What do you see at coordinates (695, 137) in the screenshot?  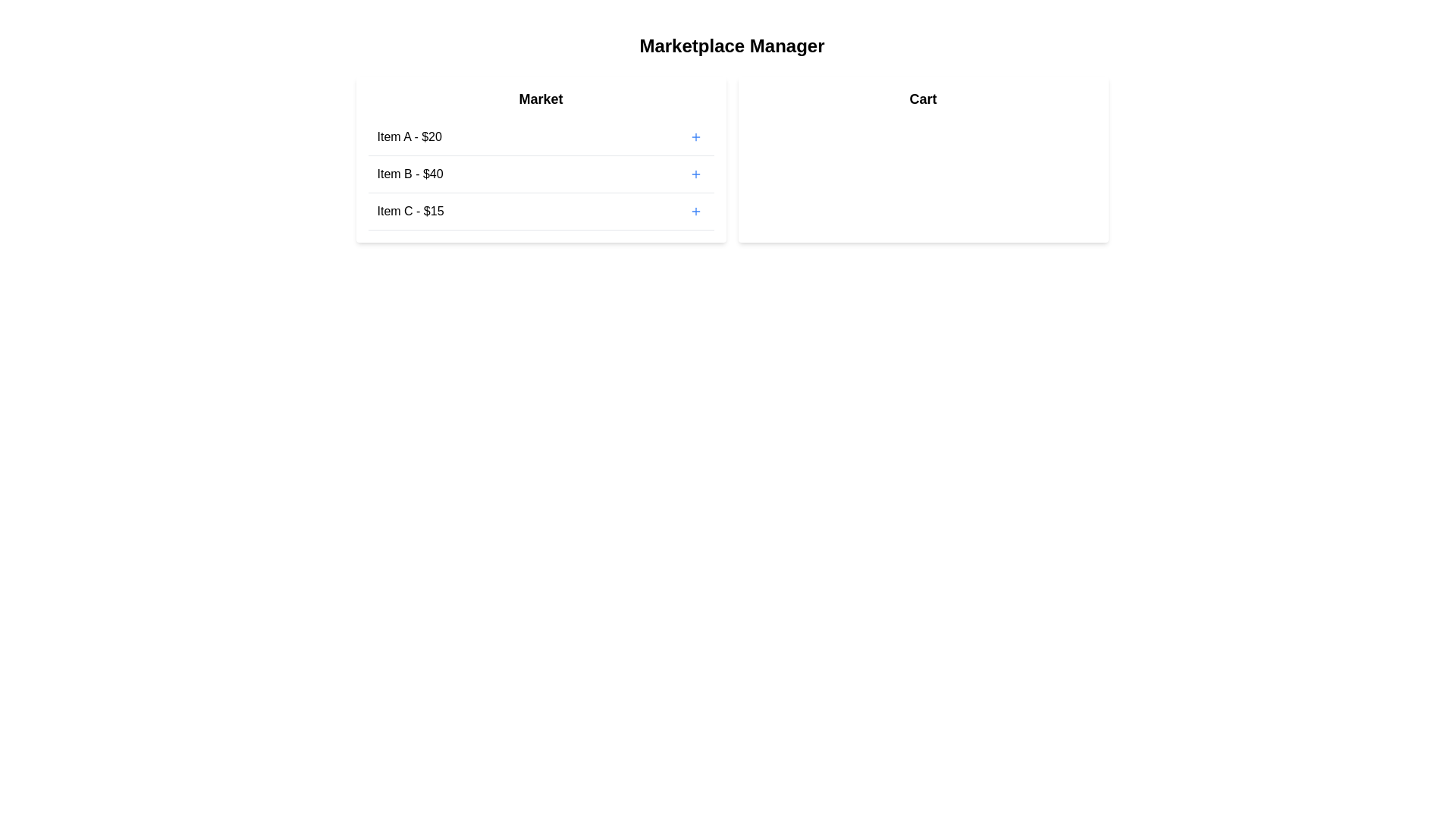 I see `'+' button next to the item Item A to add it to the cart` at bounding box center [695, 137].